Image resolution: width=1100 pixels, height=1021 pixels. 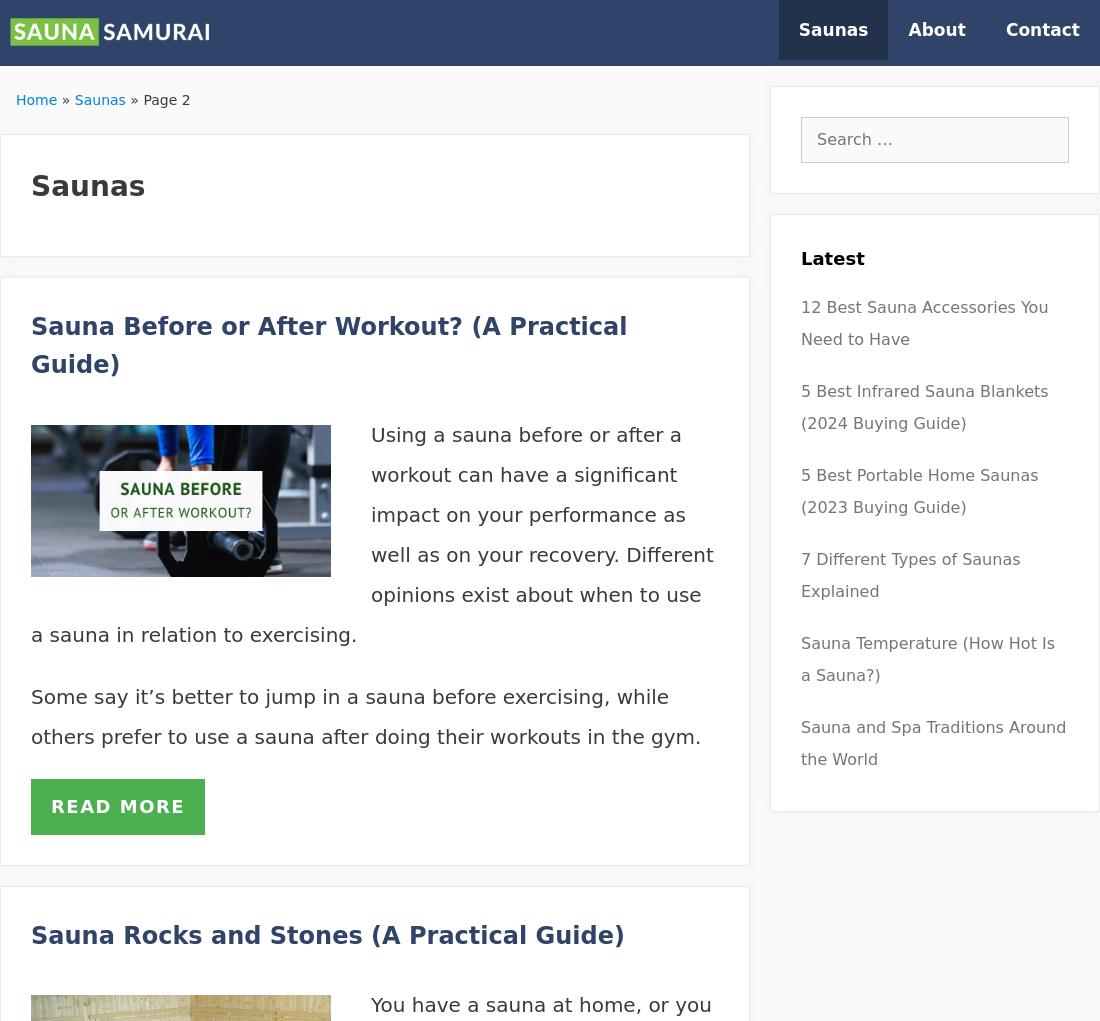 What do you see at coordinates (365, 715) in the screenshot?
I see `'Some say it’s better to jump in a sauna before exercising, while others prefer to use a sauna after doing their workouts in the gym.'` at bounding box center [365, 715].